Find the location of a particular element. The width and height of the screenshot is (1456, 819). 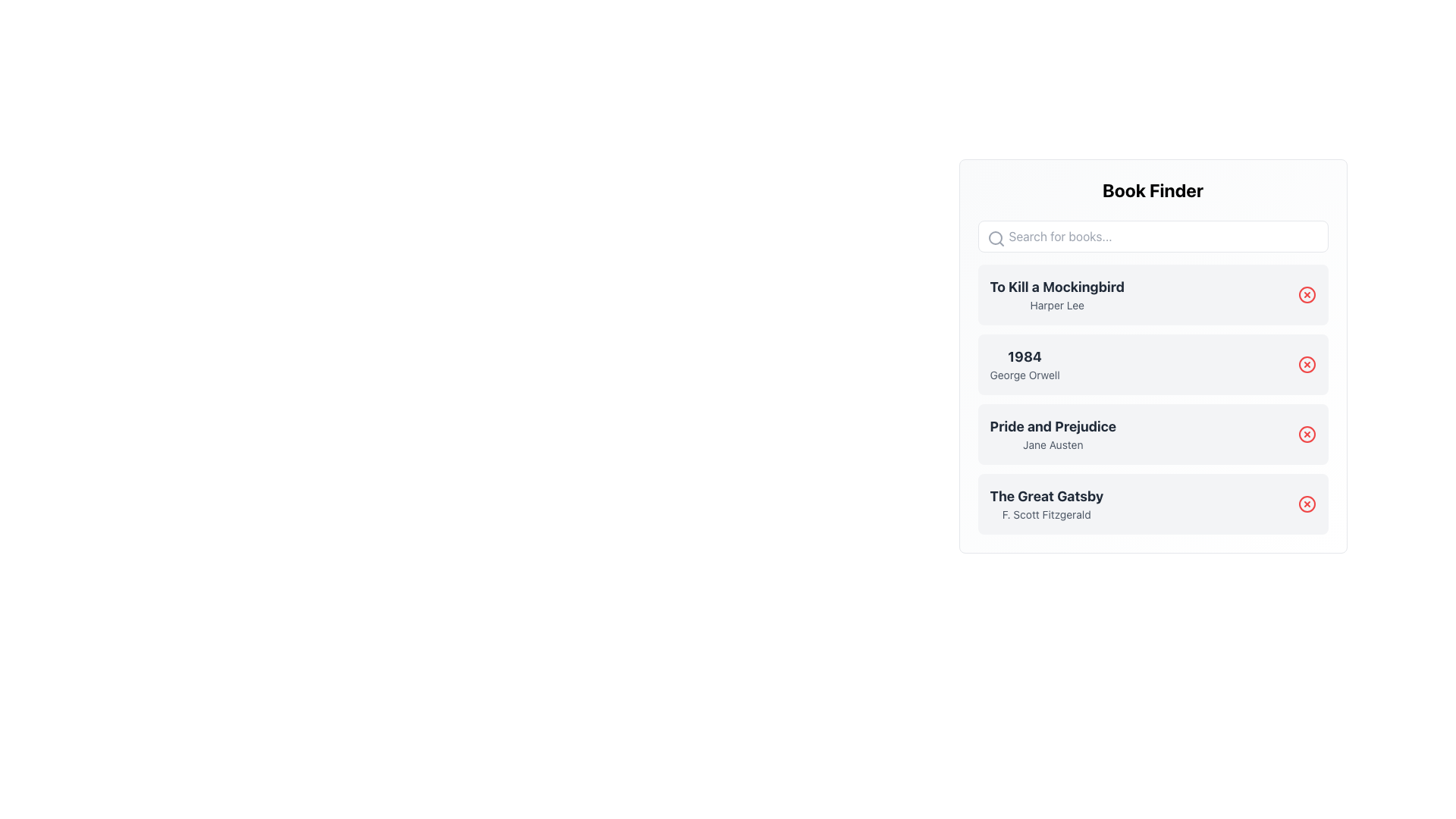

the title of the fourth book entry in the 'Book Finder' list for more information is located at coordinates (1153, 504).